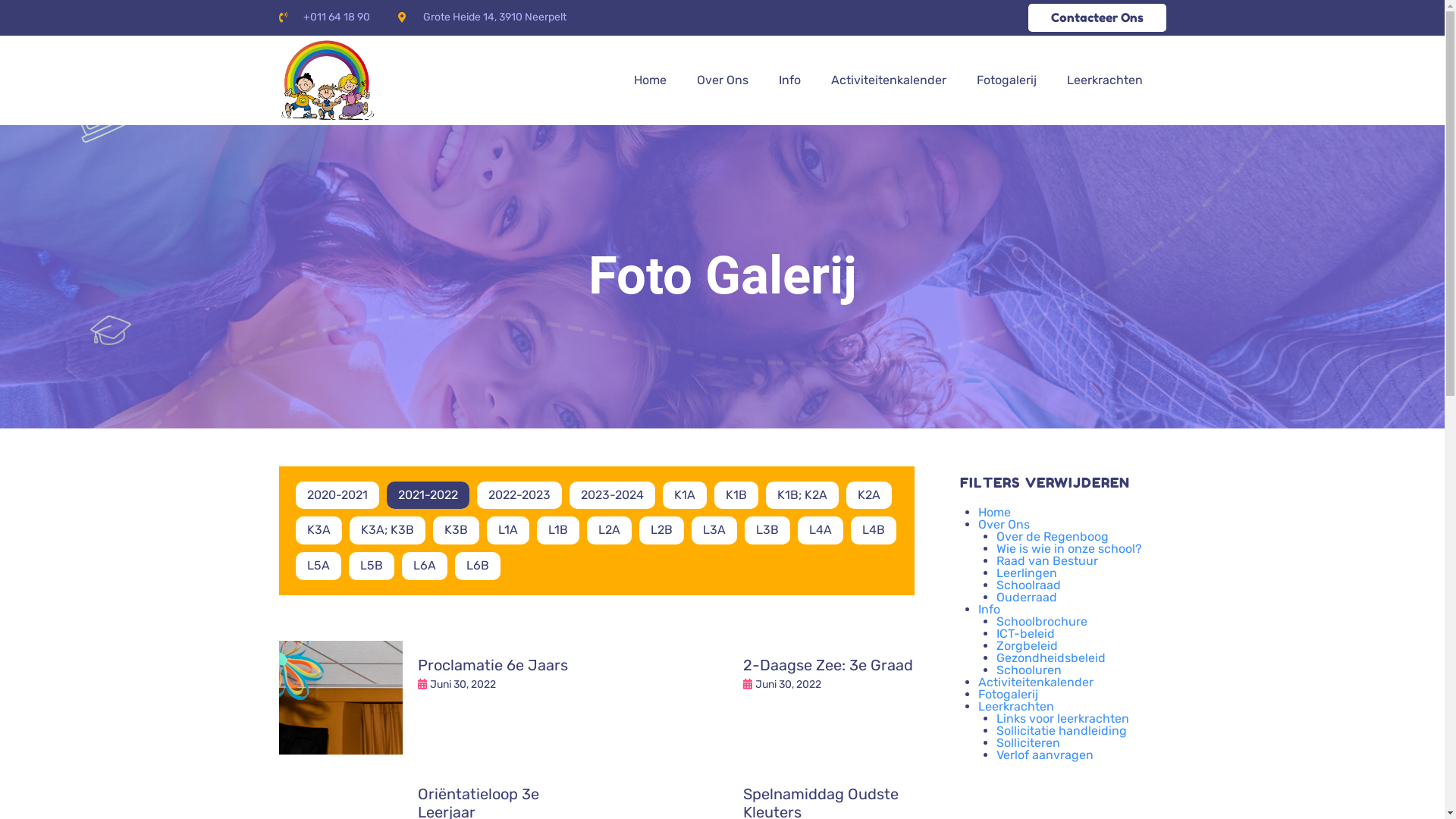  Describe the element at coordinates (428, 684) in the screenshot. I see `'Juni 30, 2022'` at that location.